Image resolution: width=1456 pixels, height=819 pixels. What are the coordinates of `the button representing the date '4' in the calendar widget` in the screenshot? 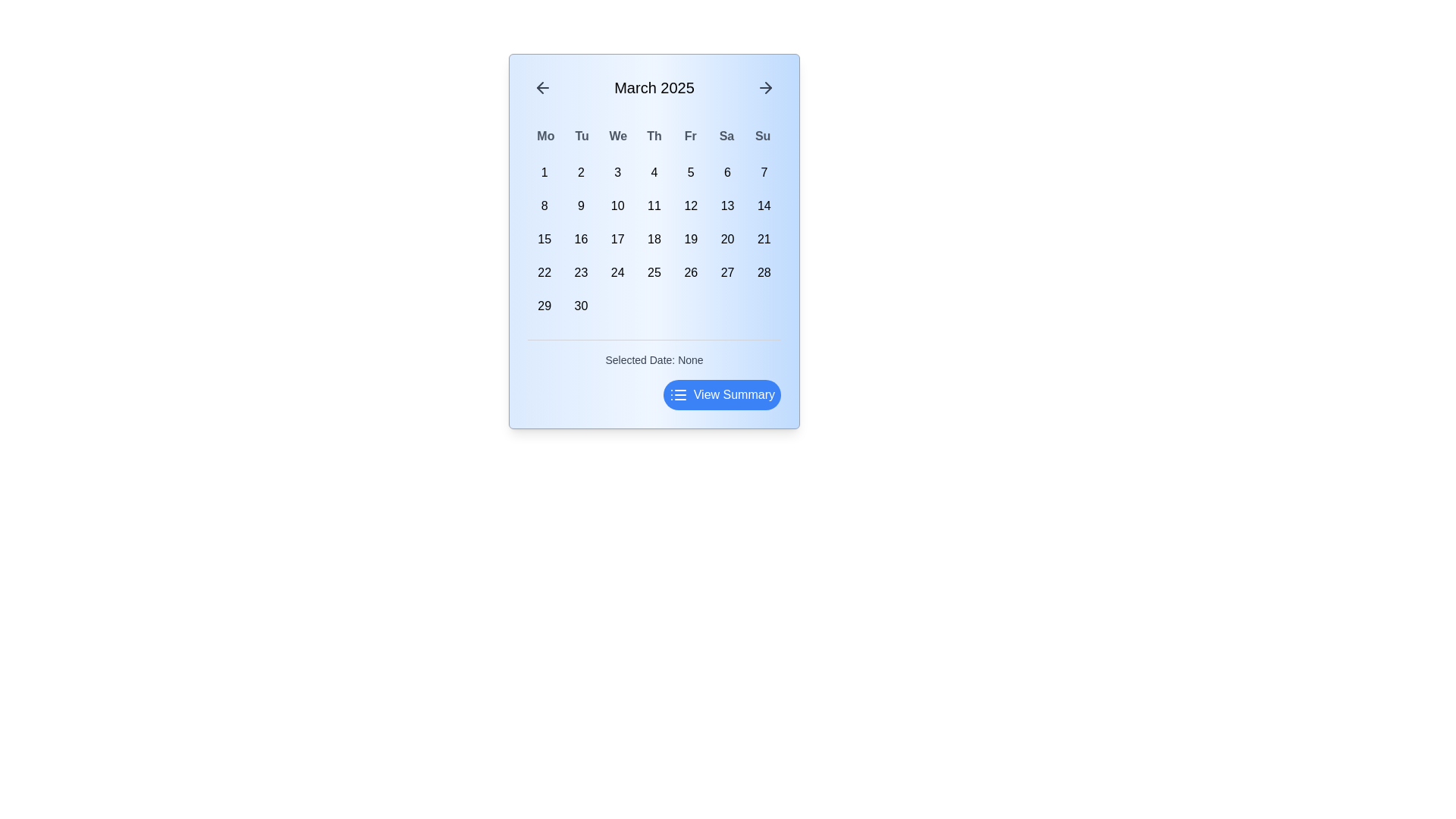 It's located at (654, 171).